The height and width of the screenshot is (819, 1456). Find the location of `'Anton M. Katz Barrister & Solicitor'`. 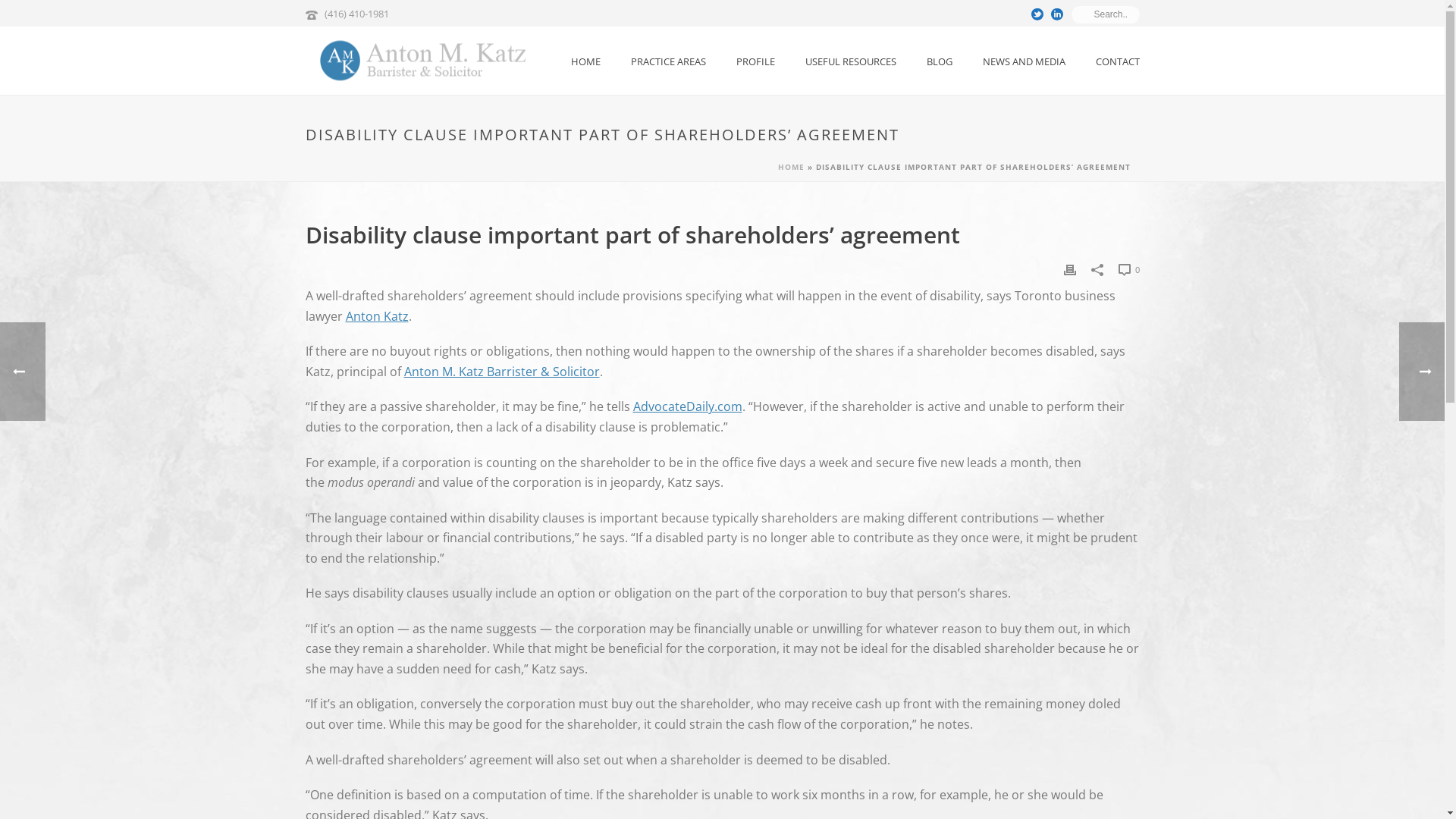

'Anton M. Katz Barrister & Solicitor' is located at coordinates (501, 371).